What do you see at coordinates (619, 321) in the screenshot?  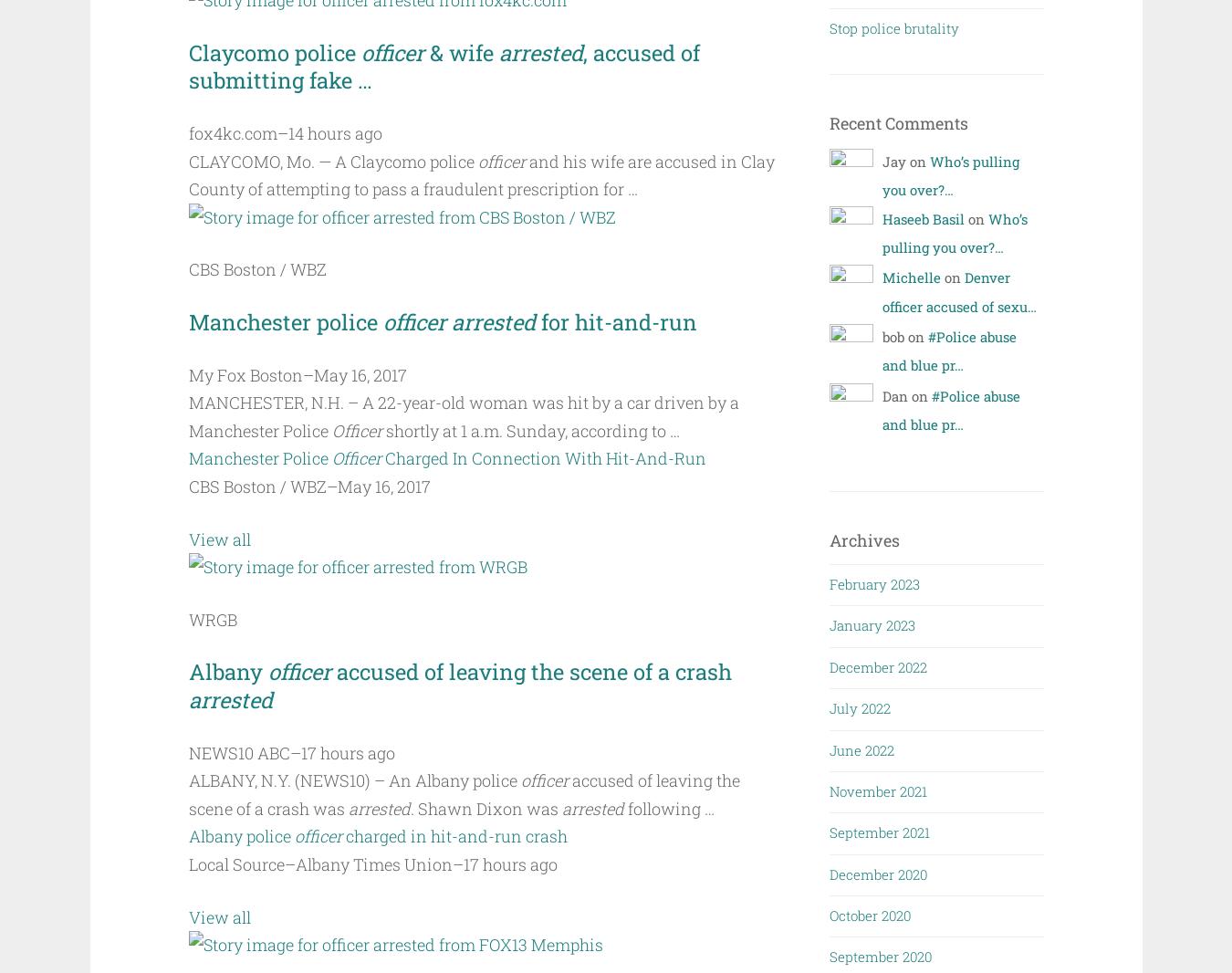 I see `'for hit-and-run'` at bounding box center [619, 321].